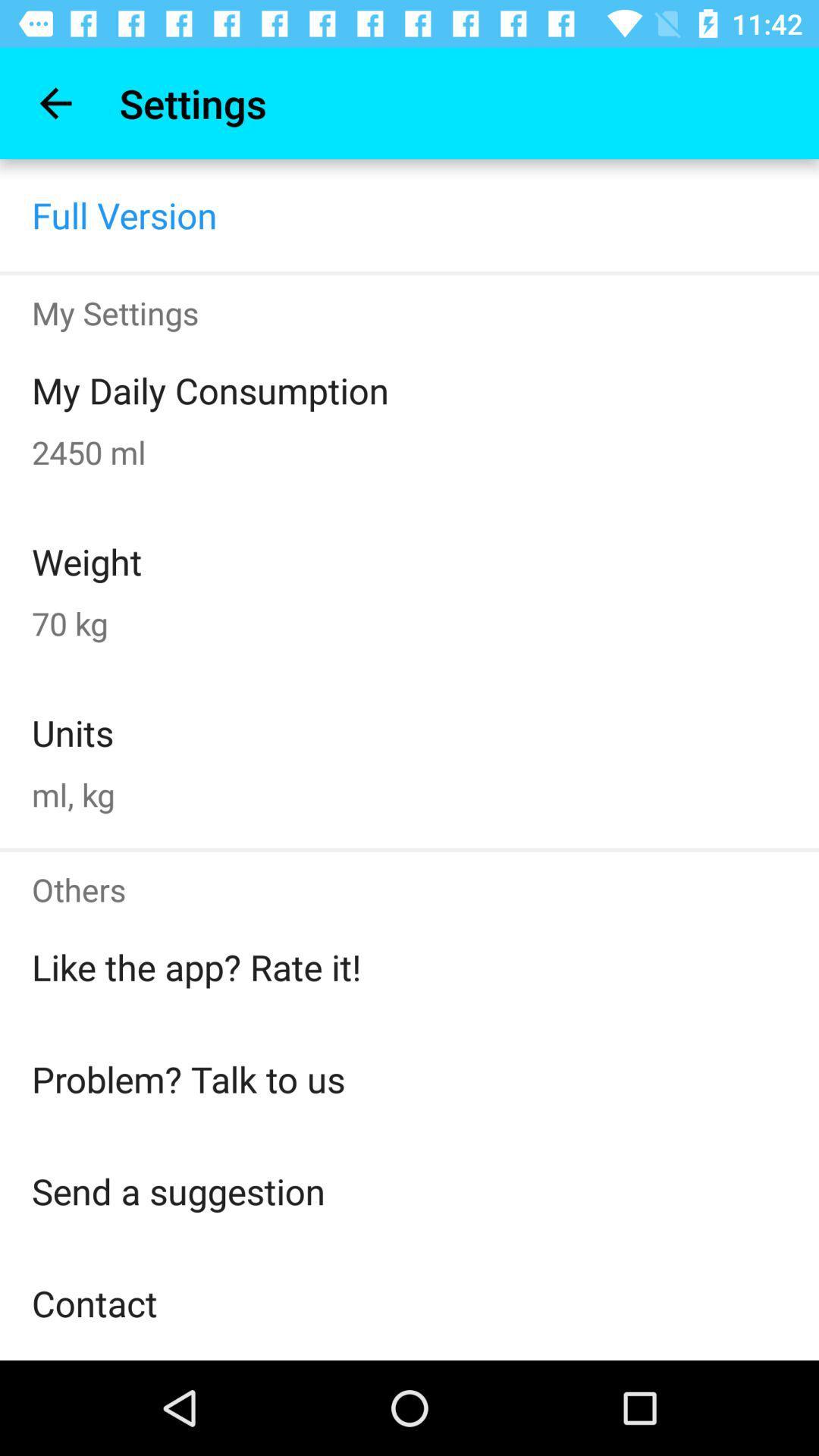 The height and width of the screenshot is (1456, 819). I want to click on item above full version, so click(55, 102).